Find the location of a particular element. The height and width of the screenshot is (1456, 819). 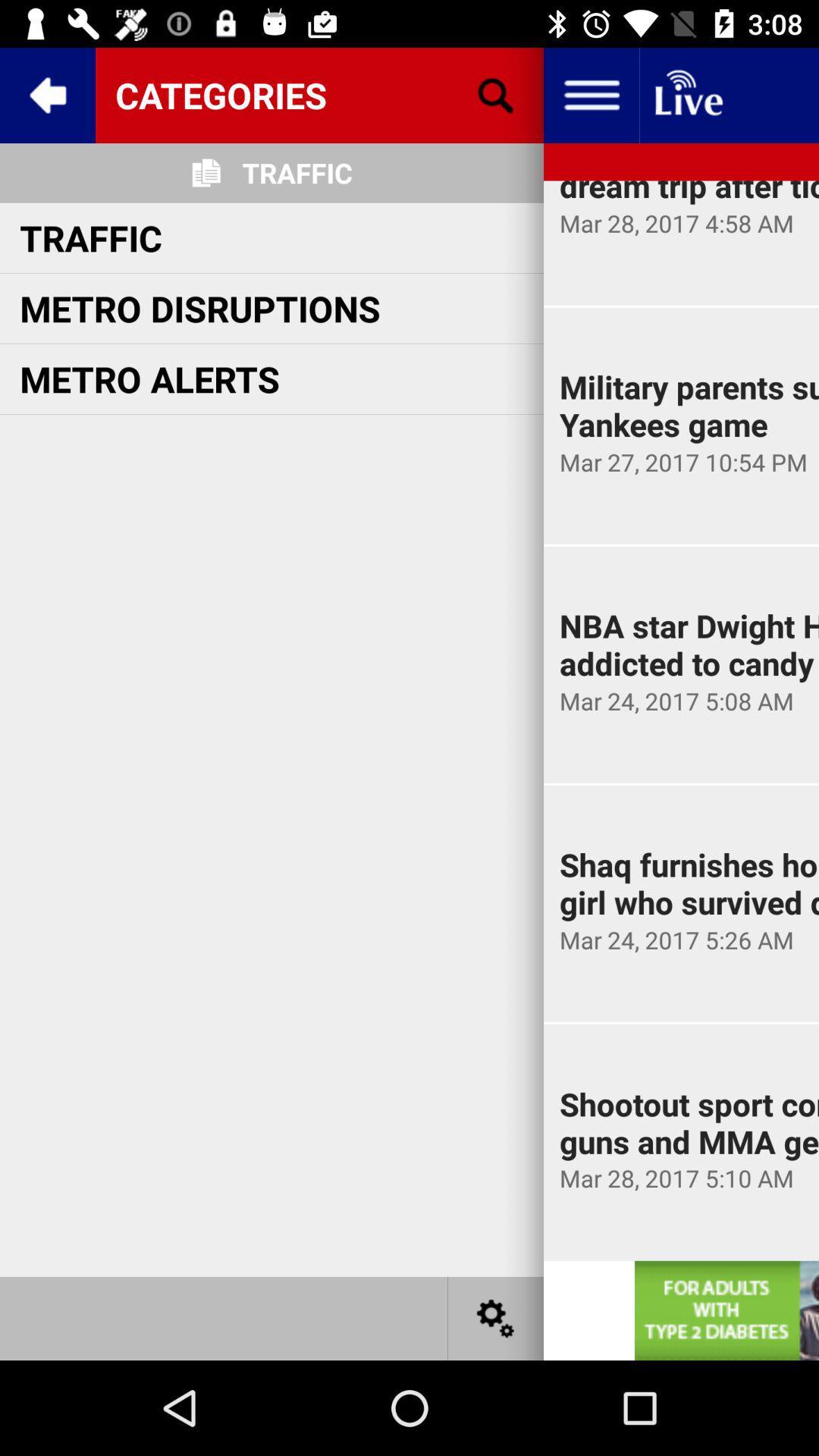

settings is located at coordinates (496, 1317).